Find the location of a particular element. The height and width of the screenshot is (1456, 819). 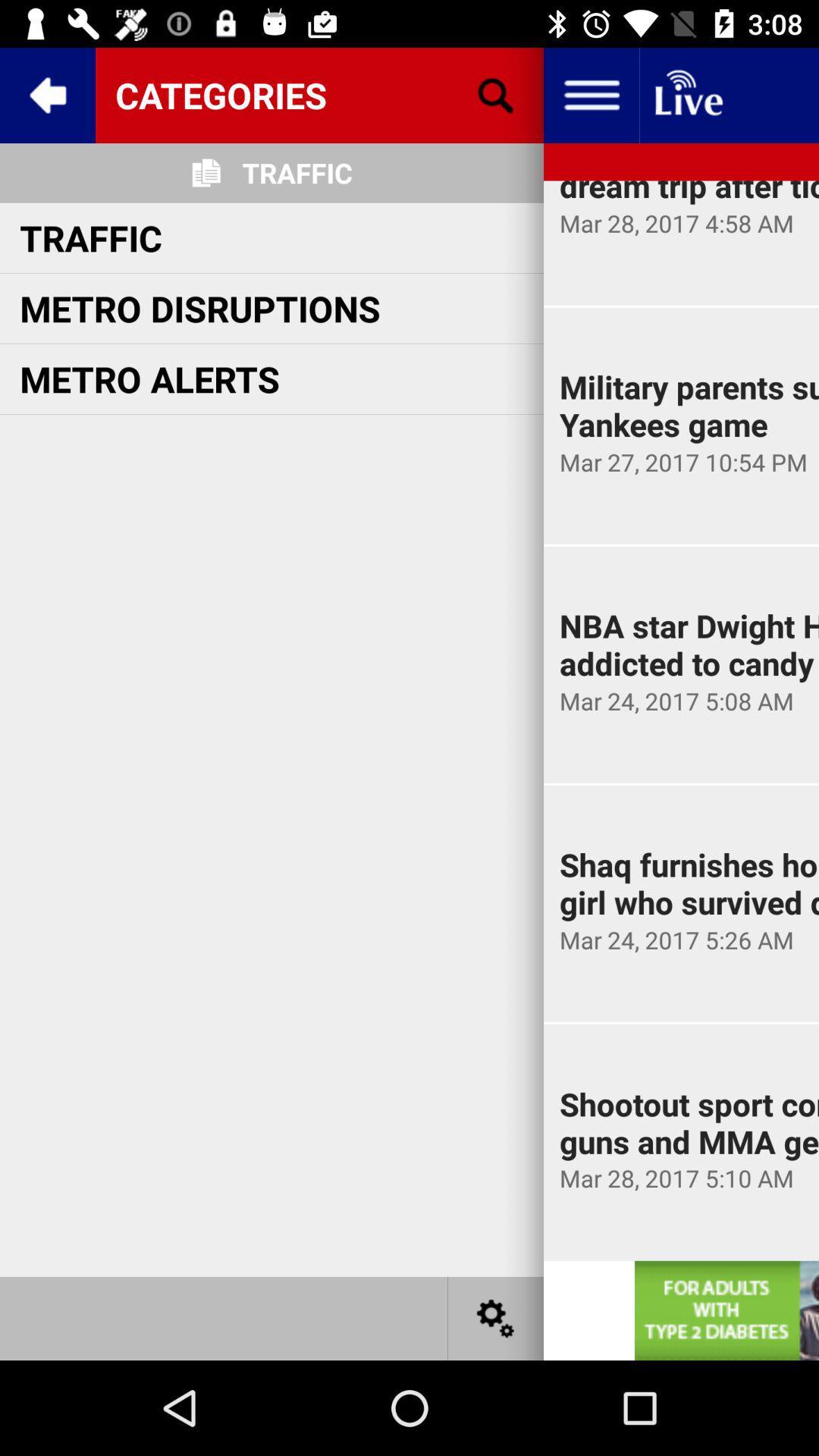

settings is located at coordinates (496, 1317).